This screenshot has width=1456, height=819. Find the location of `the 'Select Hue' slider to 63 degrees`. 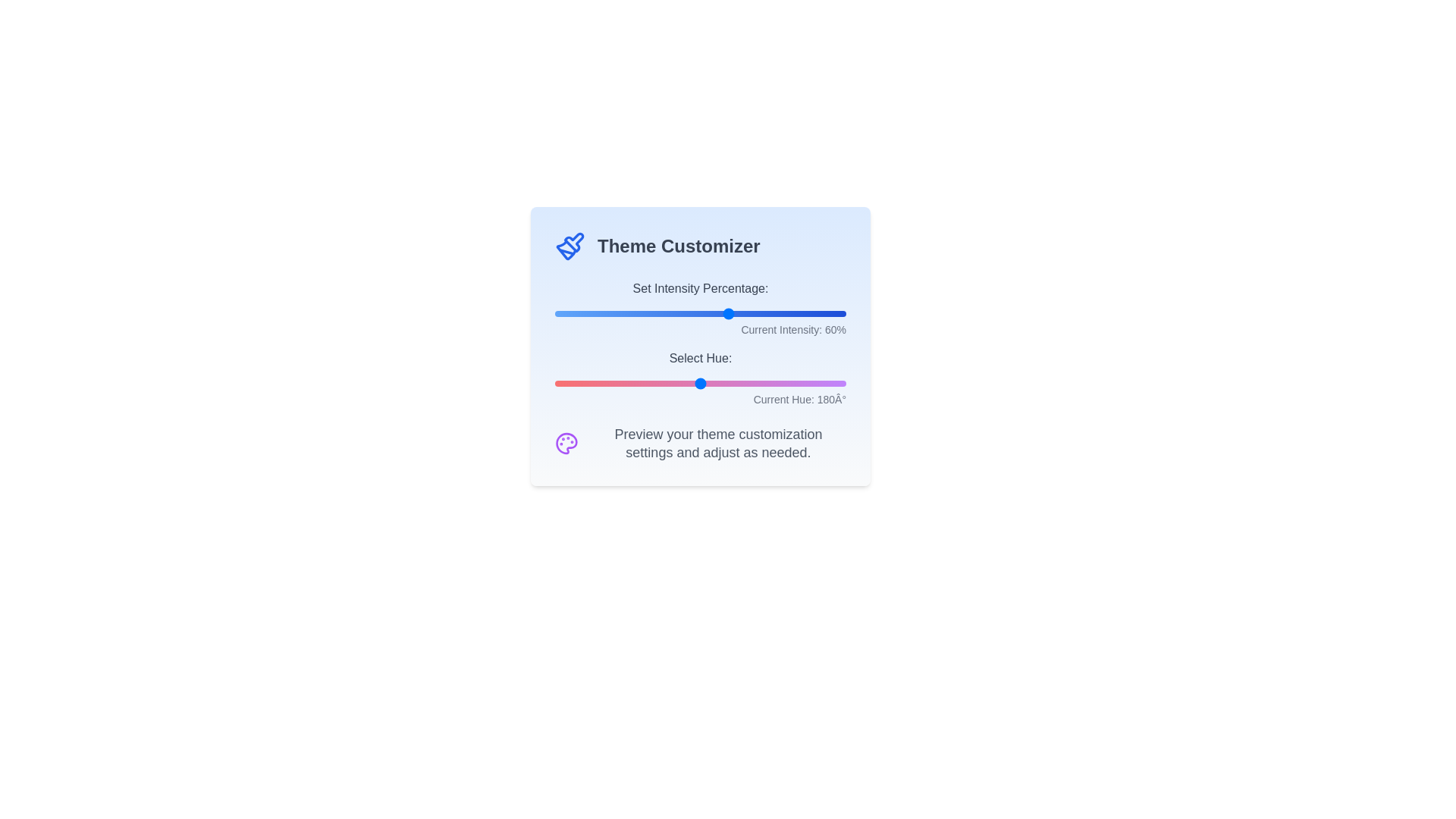

the 'Select Hue' slider to 63 degrees is located at coordinates (605, 382).